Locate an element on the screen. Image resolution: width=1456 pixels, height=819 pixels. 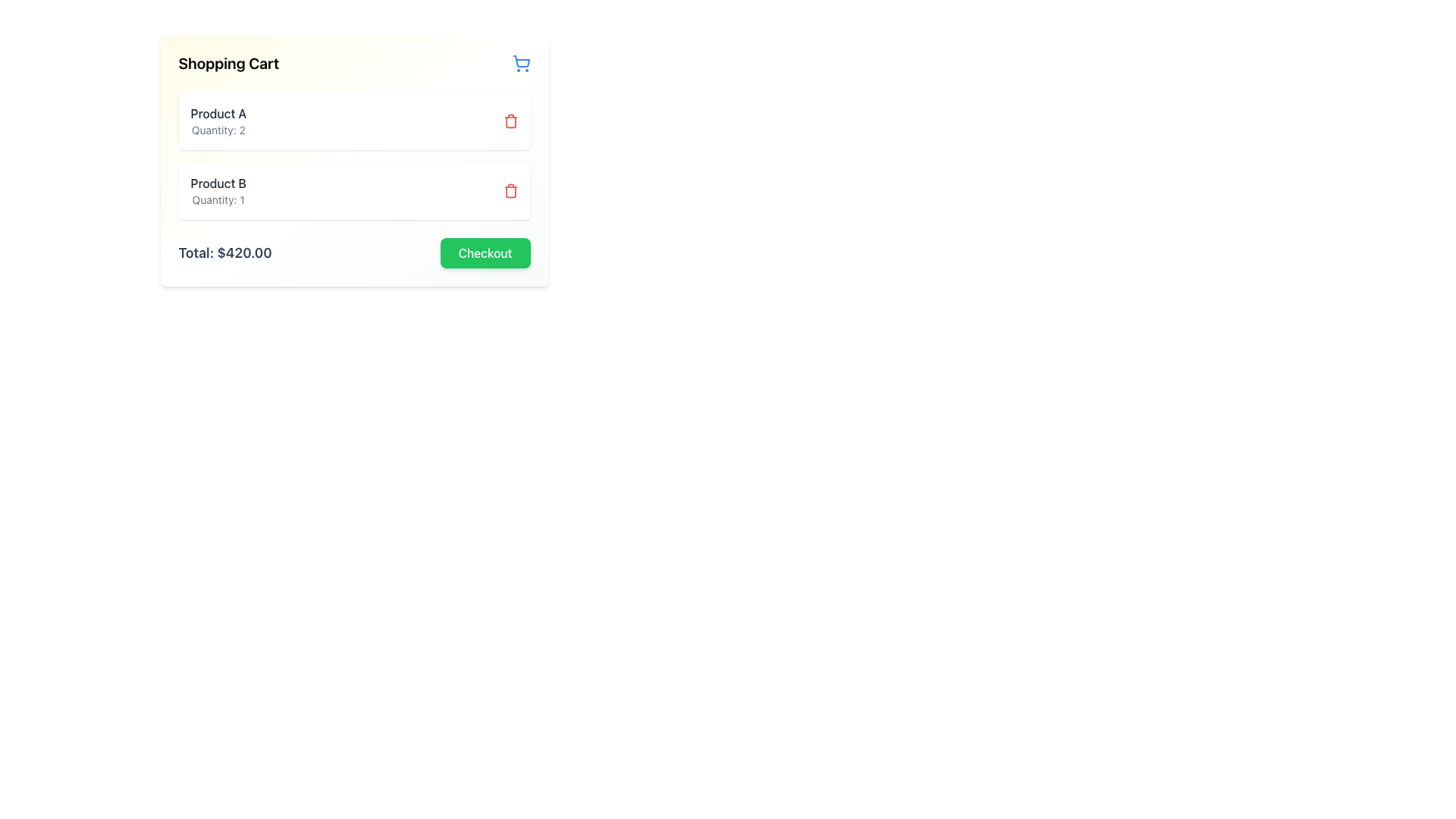
label displaying 'Product B' located in the cart summary interface, positioned above 'Quantity: 1' is located at coordinates (218, 183).